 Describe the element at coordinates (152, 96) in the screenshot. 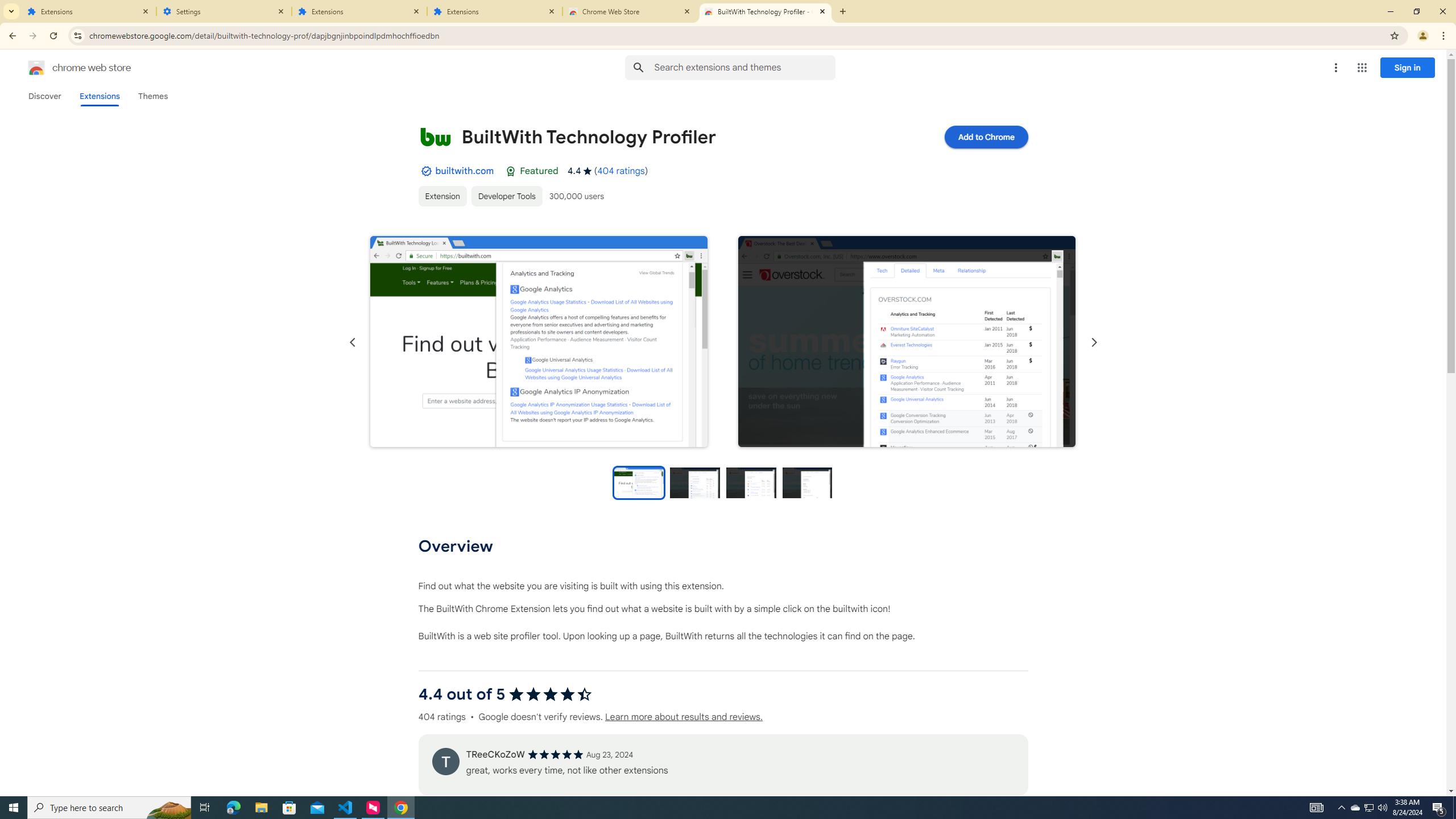

I see `'Themes'` at that location.